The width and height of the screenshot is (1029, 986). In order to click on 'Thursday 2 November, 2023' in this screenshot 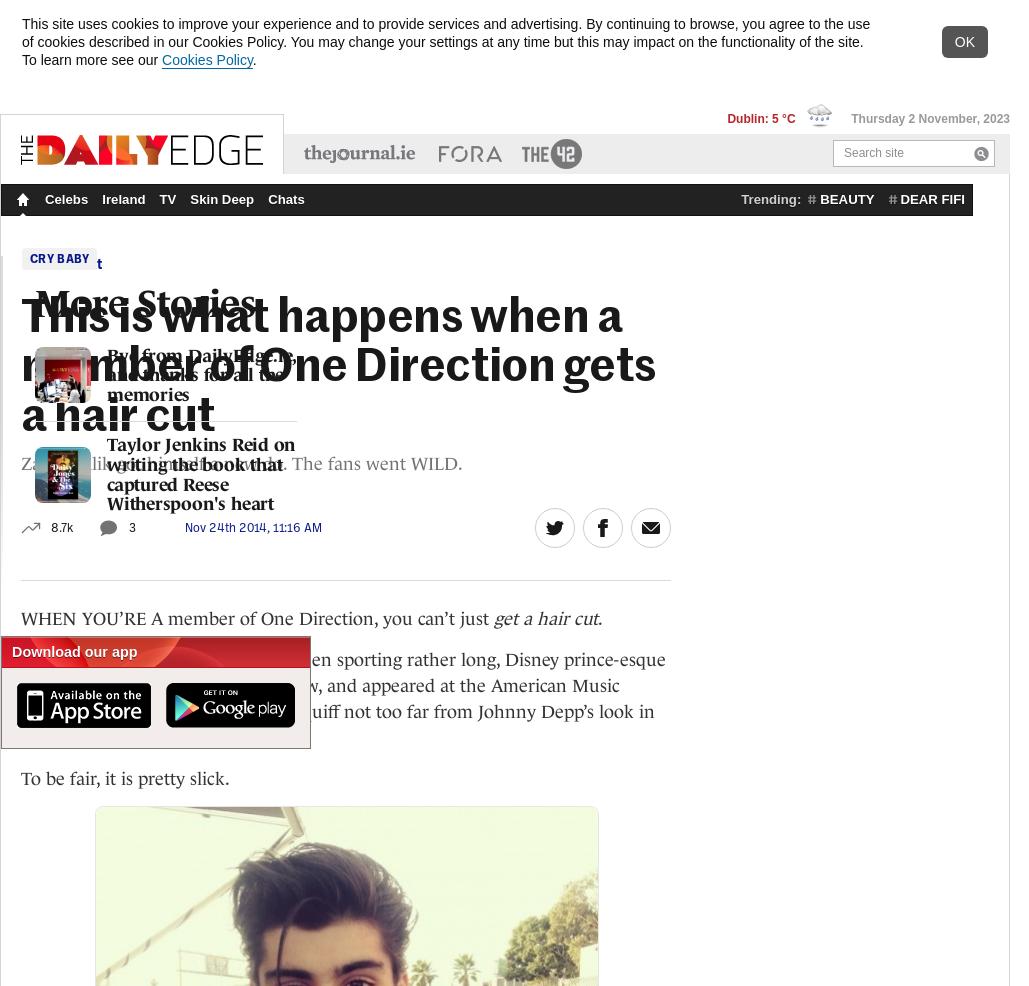, I will do `click(930, 119)`.